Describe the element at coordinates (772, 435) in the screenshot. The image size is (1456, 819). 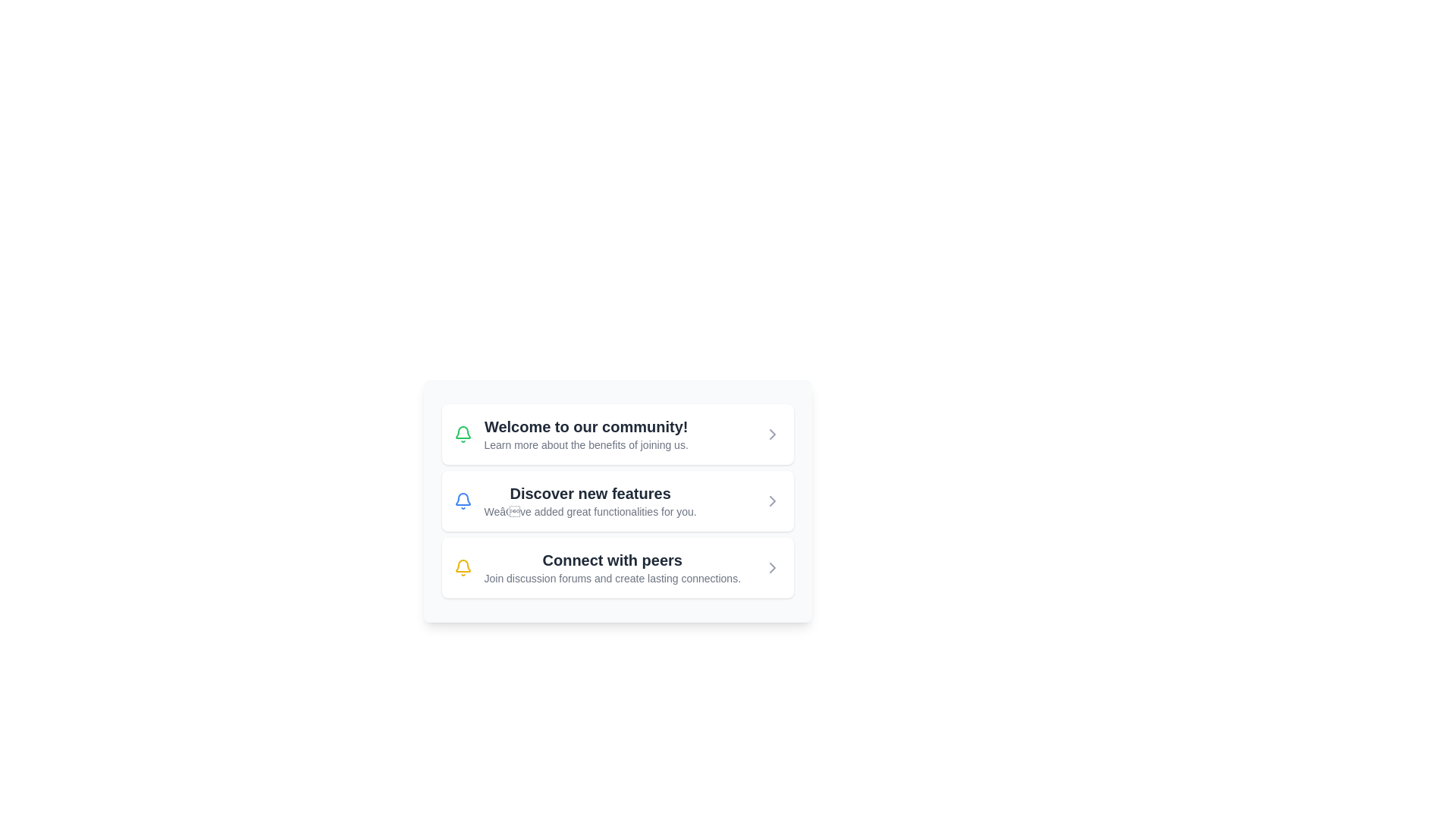
I see `the chevron-shaped arrow icon, which is part of the 'Discover new features' UI card section and located at the far right of the horizontally arranged list item` at that location.